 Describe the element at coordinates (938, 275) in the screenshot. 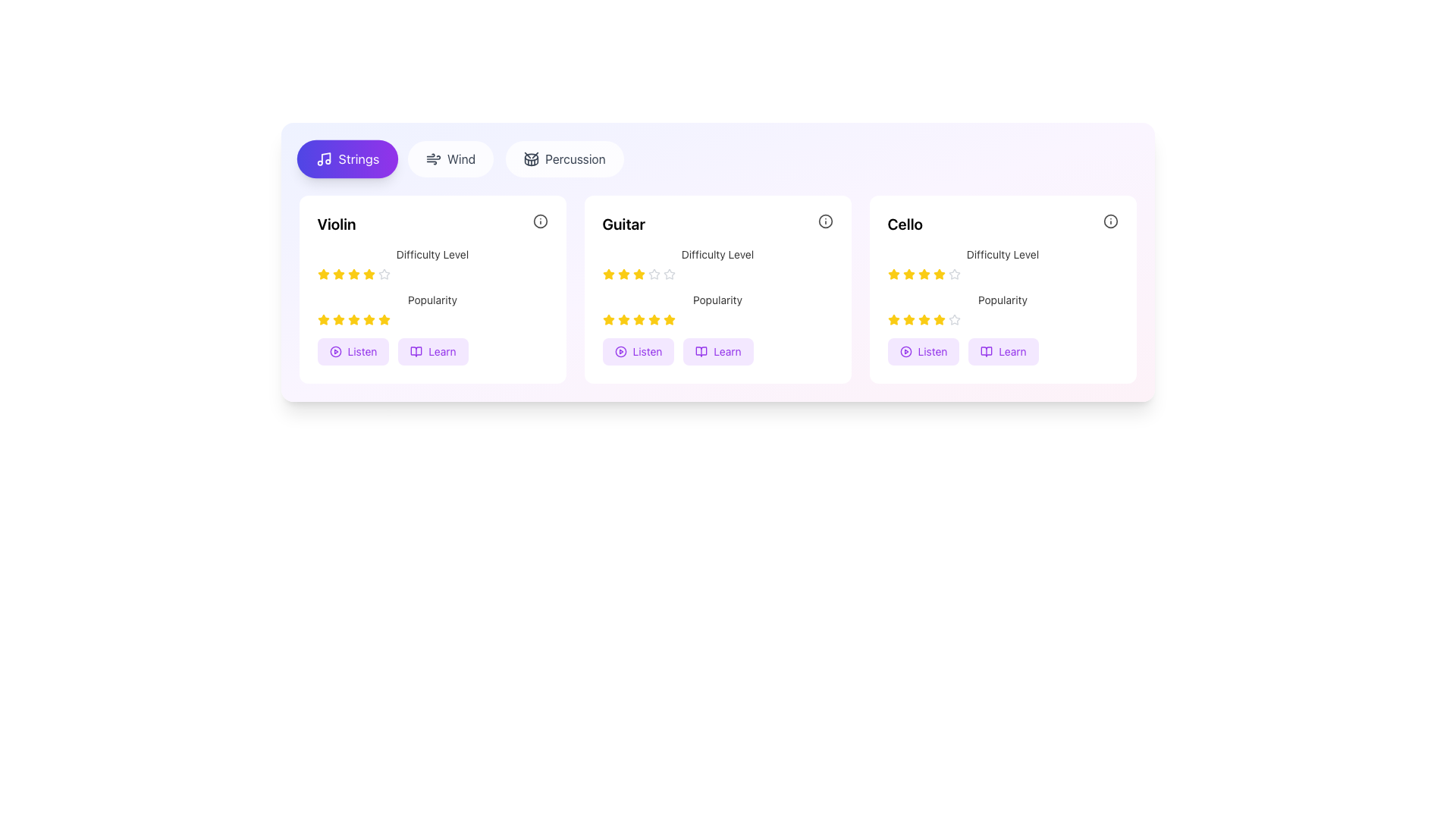

I see `the display properties of the fifth yellow star icon in a row of rating stars, which is used to indicate user ratings` at that location.